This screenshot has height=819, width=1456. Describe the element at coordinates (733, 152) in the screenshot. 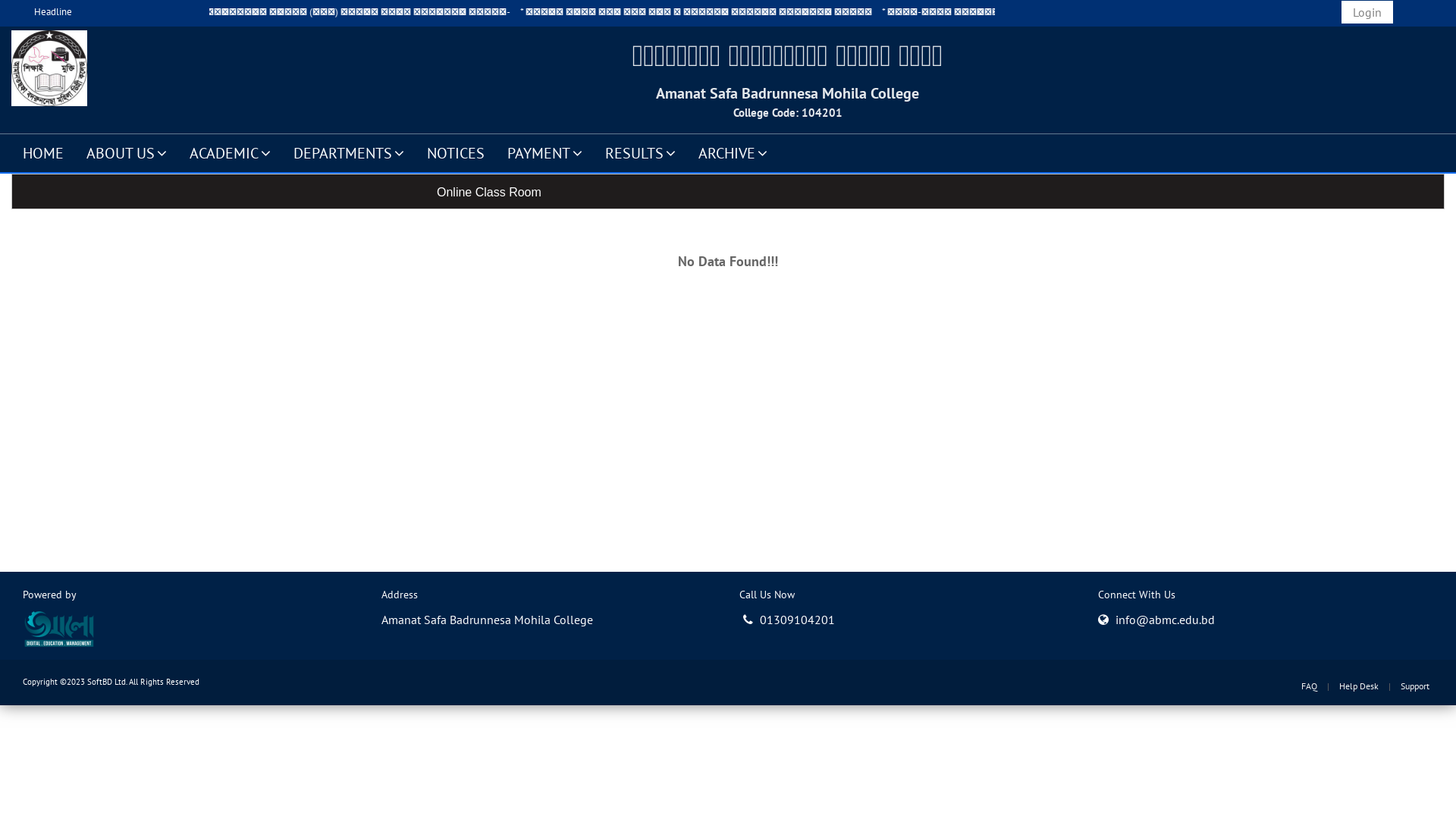

I see `'ARCHIVE'` at that location.